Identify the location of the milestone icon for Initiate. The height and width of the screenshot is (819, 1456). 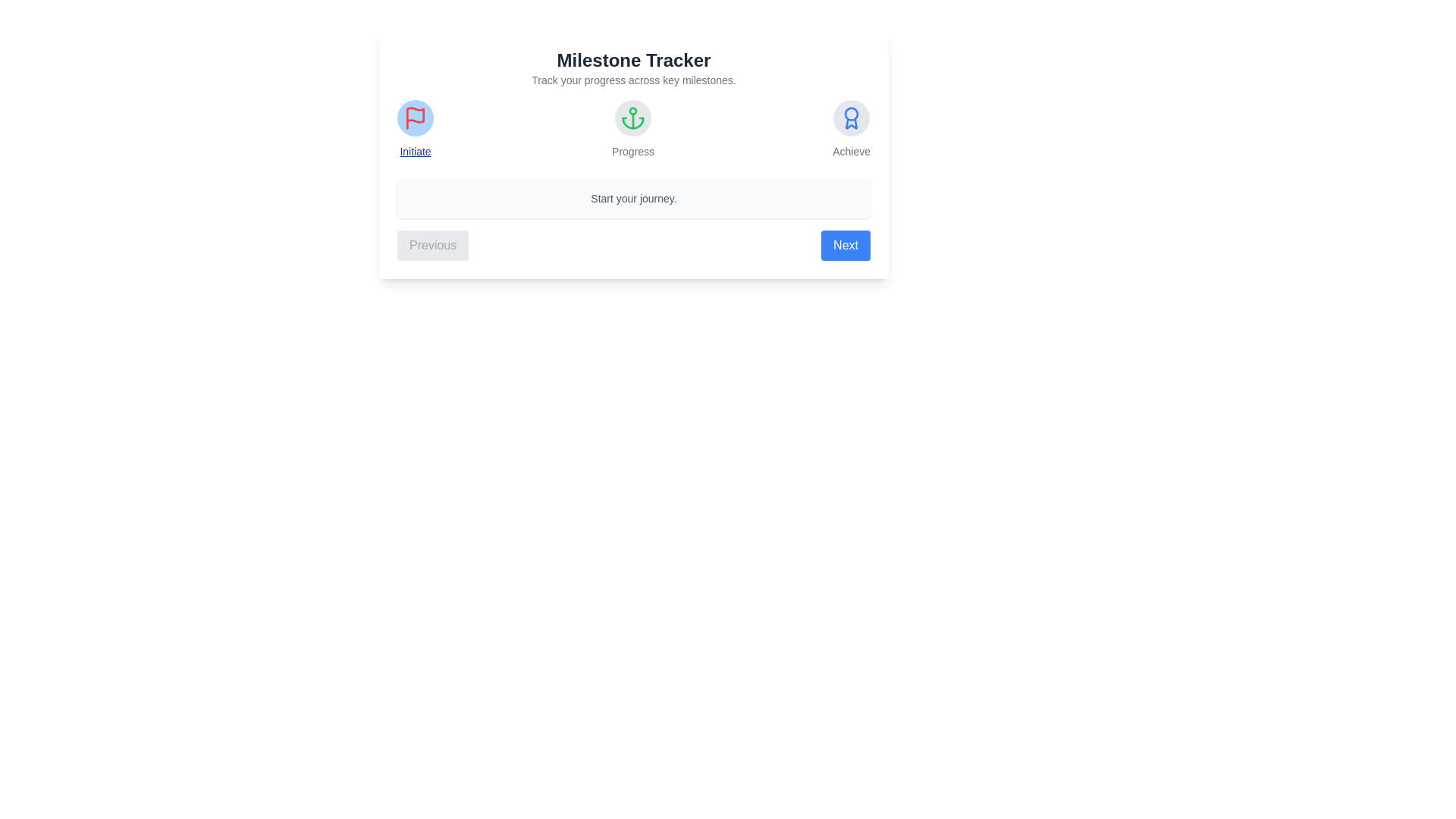
(415, 117).